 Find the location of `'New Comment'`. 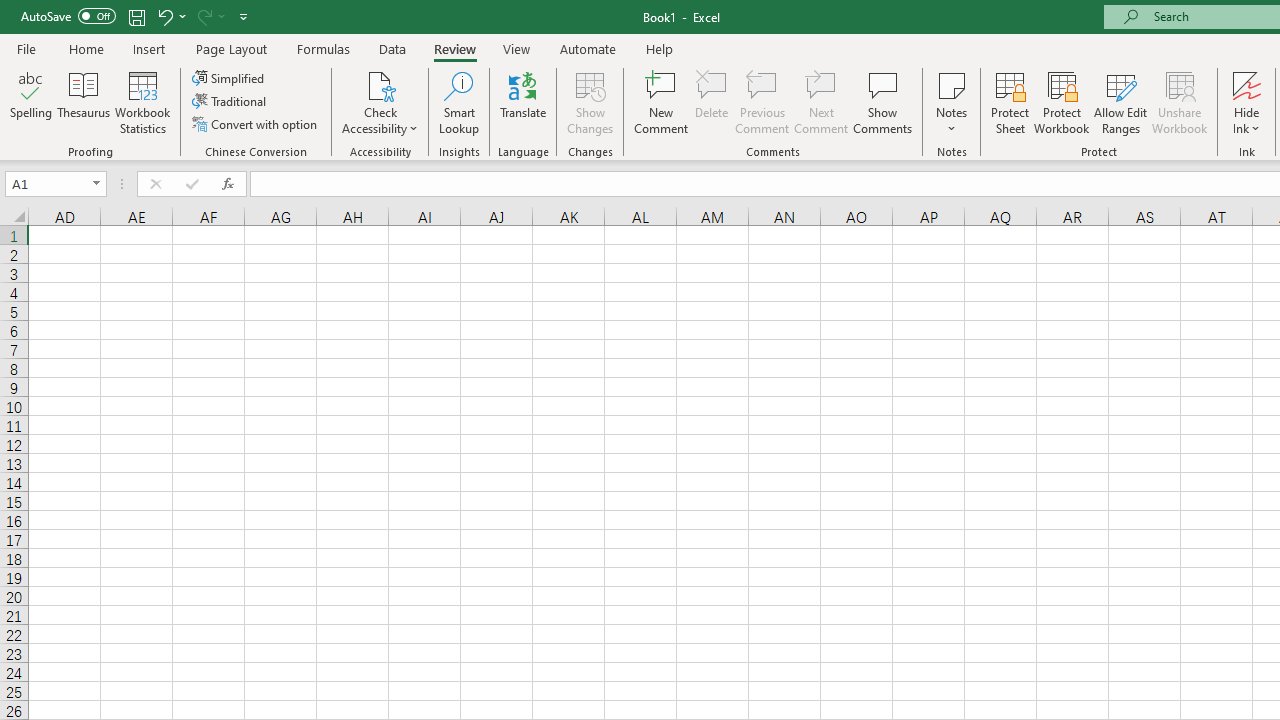

'New Comment' is located at coordinates (661, 103).